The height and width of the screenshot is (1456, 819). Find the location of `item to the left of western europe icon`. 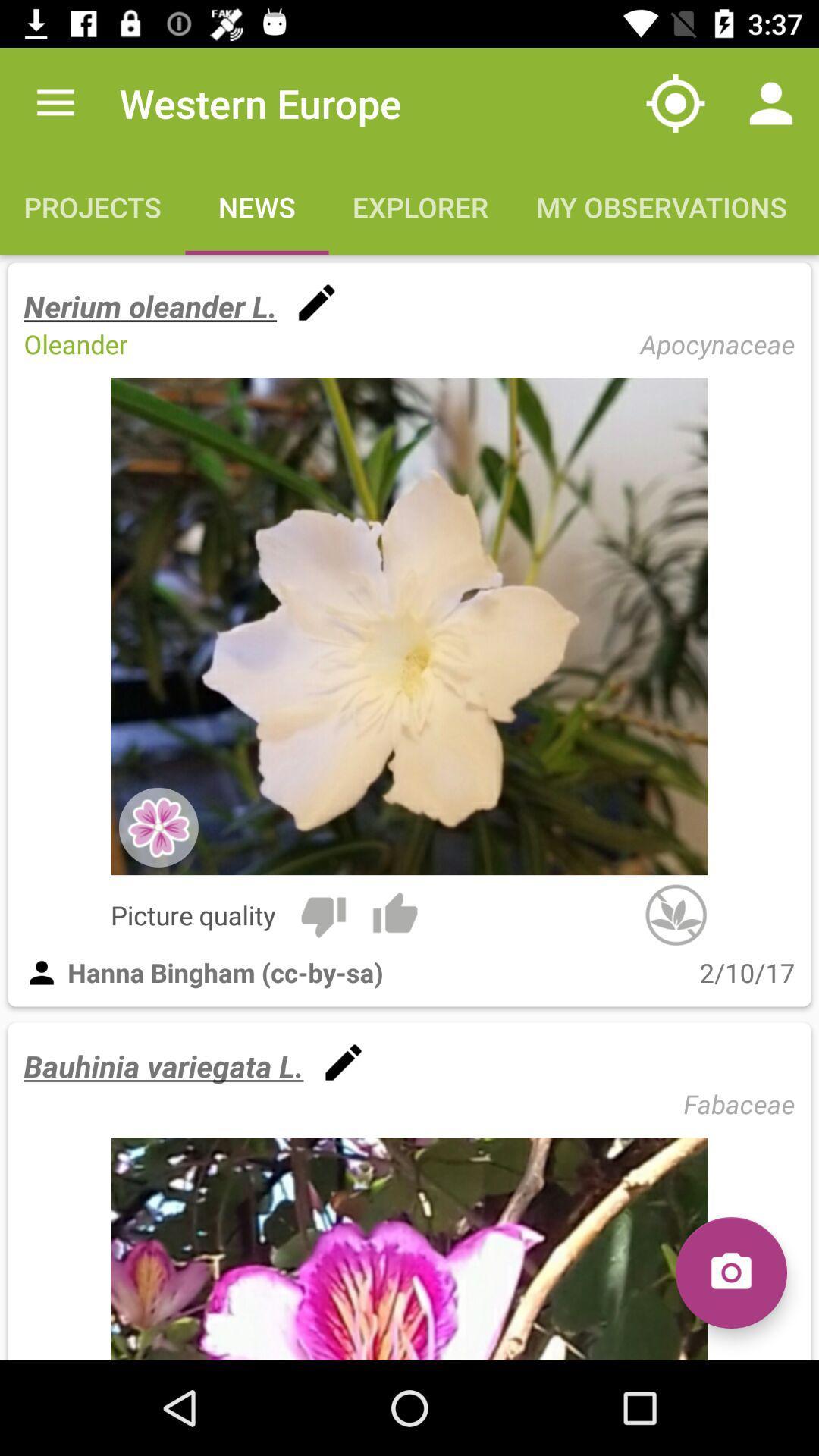

item to the left of western europe icon is located at coordinates (55, 102).